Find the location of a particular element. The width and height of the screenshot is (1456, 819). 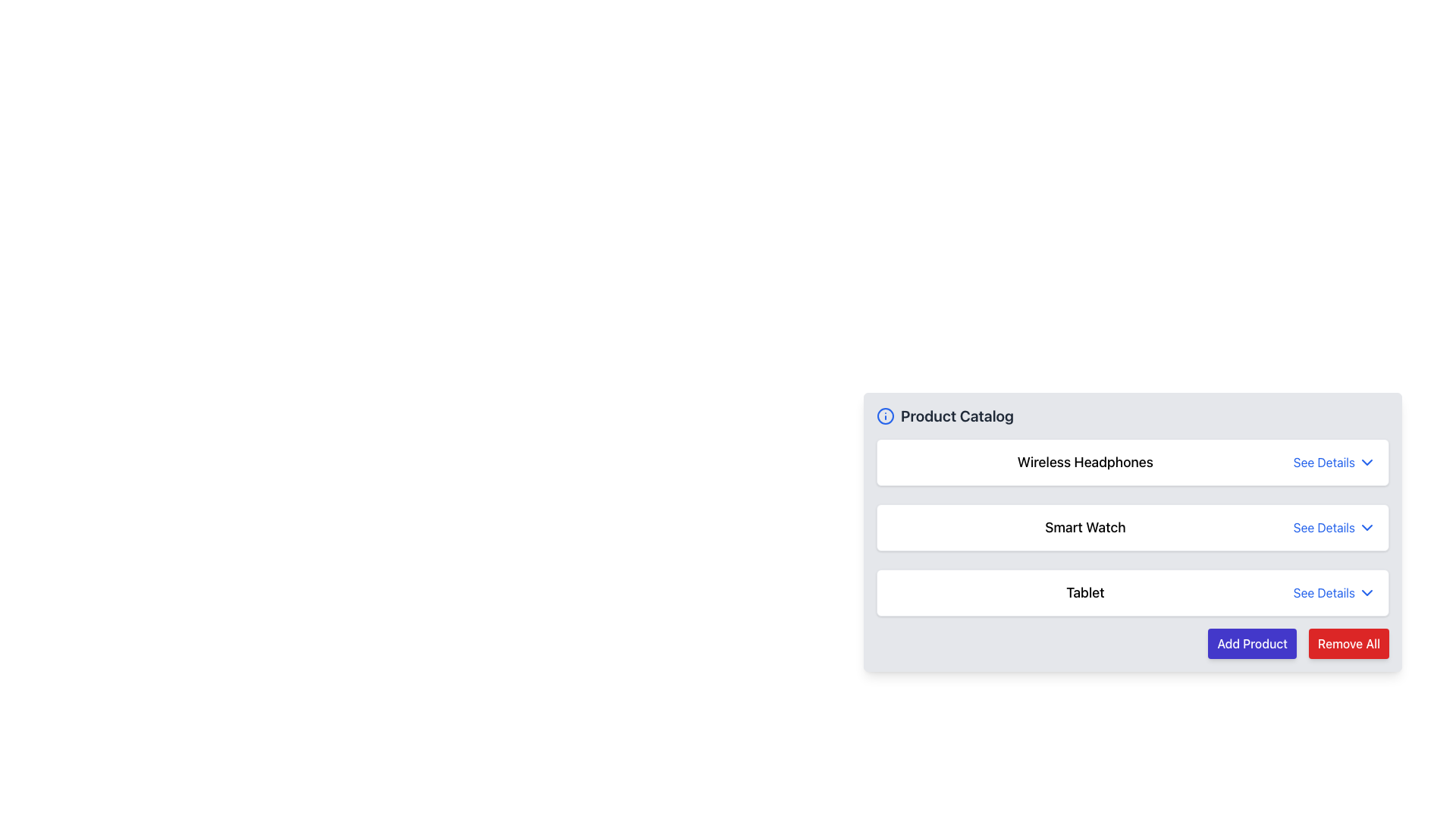

the blue circular information icon located above the 'Product Catalog' title is located at coordinates (885, 416).